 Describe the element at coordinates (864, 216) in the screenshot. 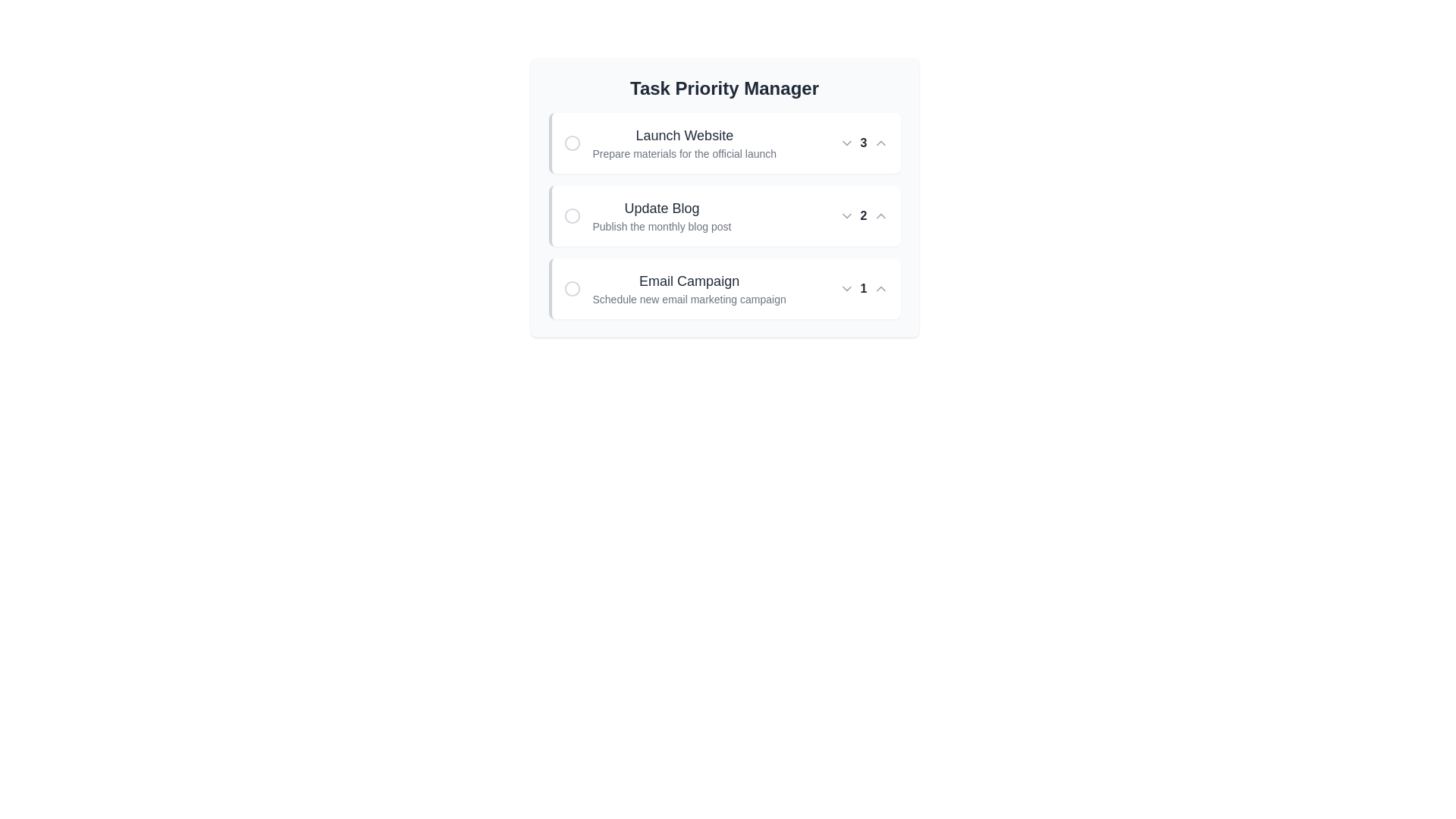

I see `the numerical label displaying '2' in bold text, which is centrally located between the up and down arrow icons for modifying the task's priority within the 'Update Blog' task card` at that location.